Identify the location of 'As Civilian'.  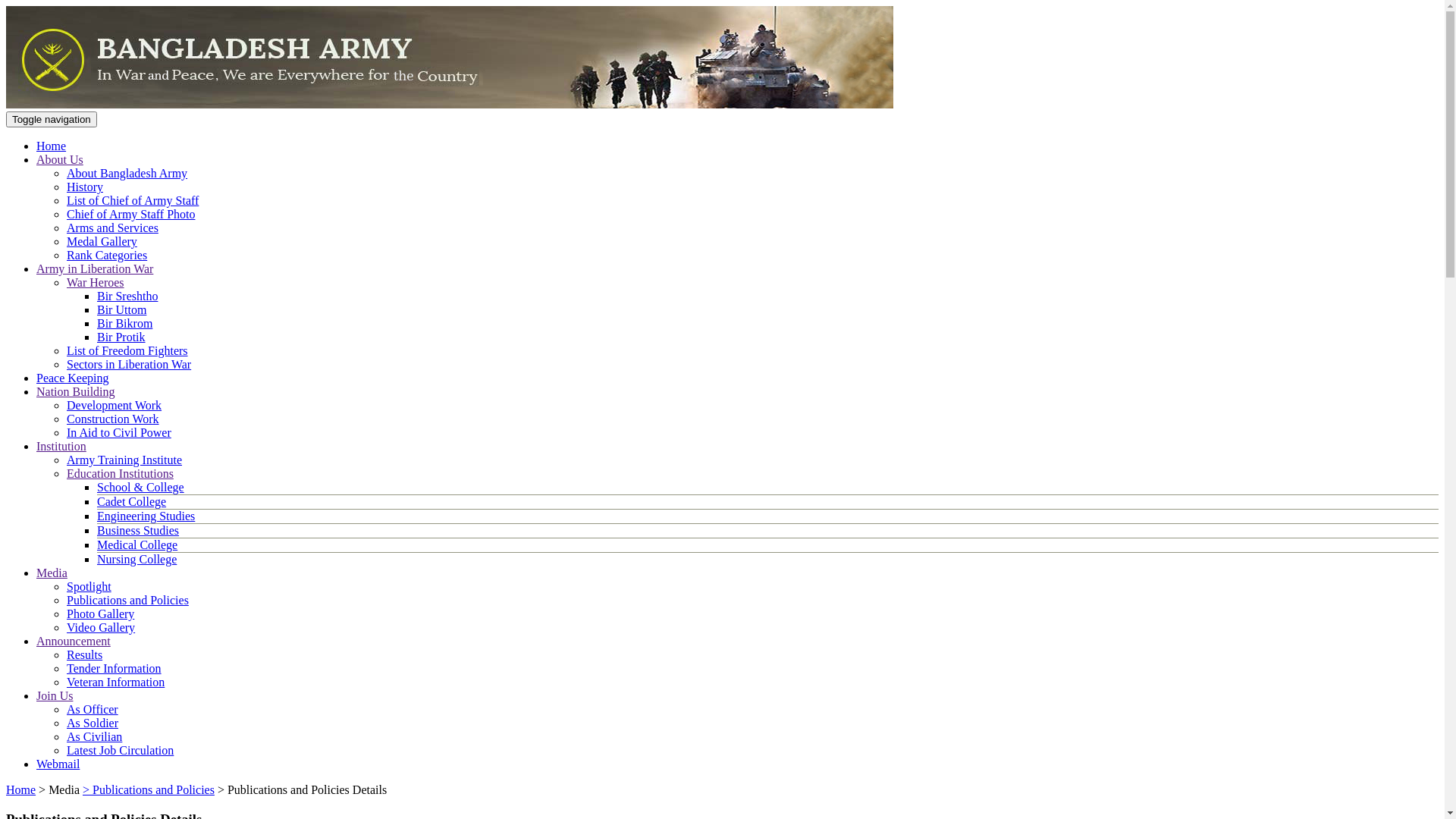
(93, 736).